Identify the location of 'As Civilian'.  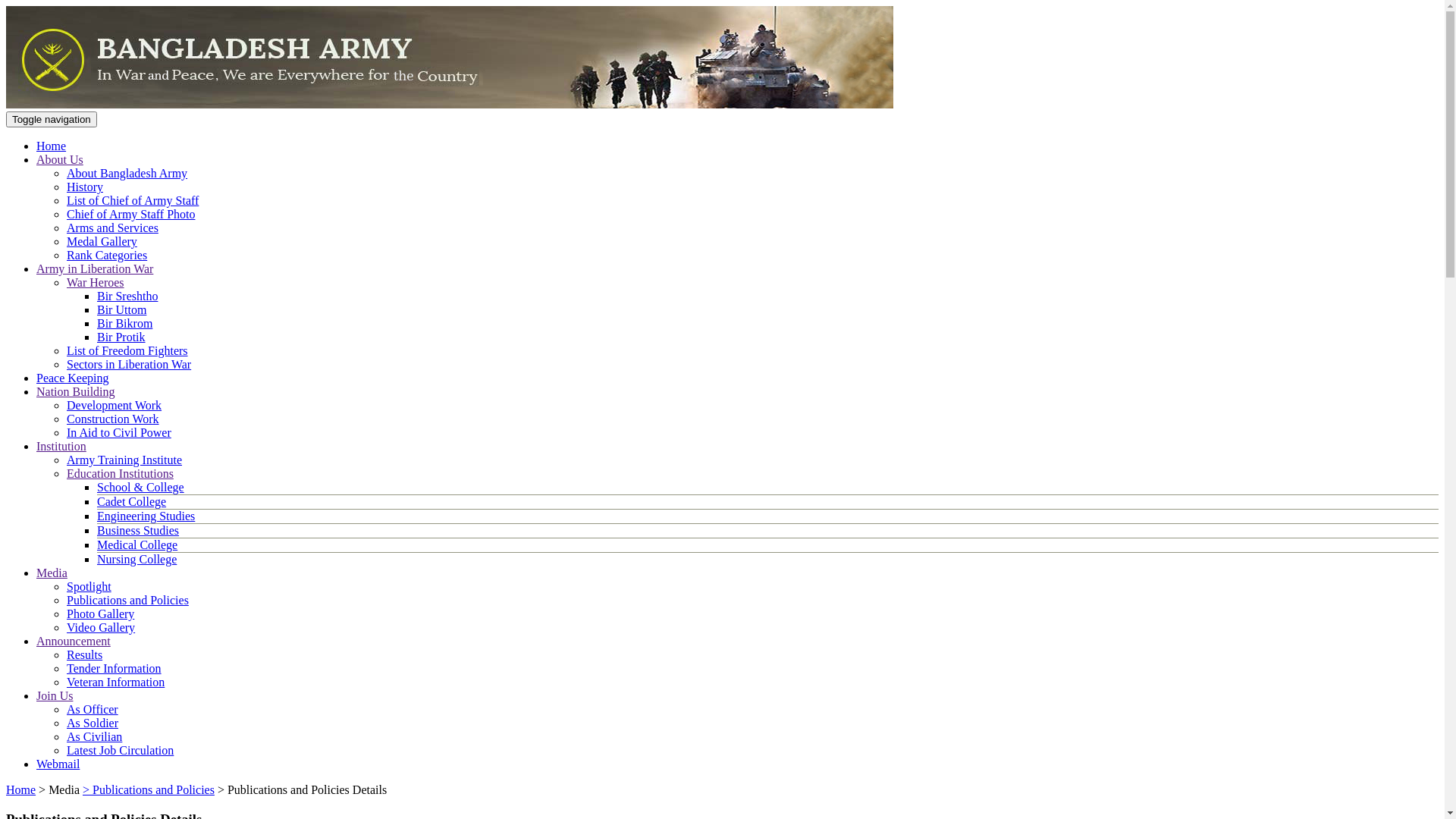
(93, 736).